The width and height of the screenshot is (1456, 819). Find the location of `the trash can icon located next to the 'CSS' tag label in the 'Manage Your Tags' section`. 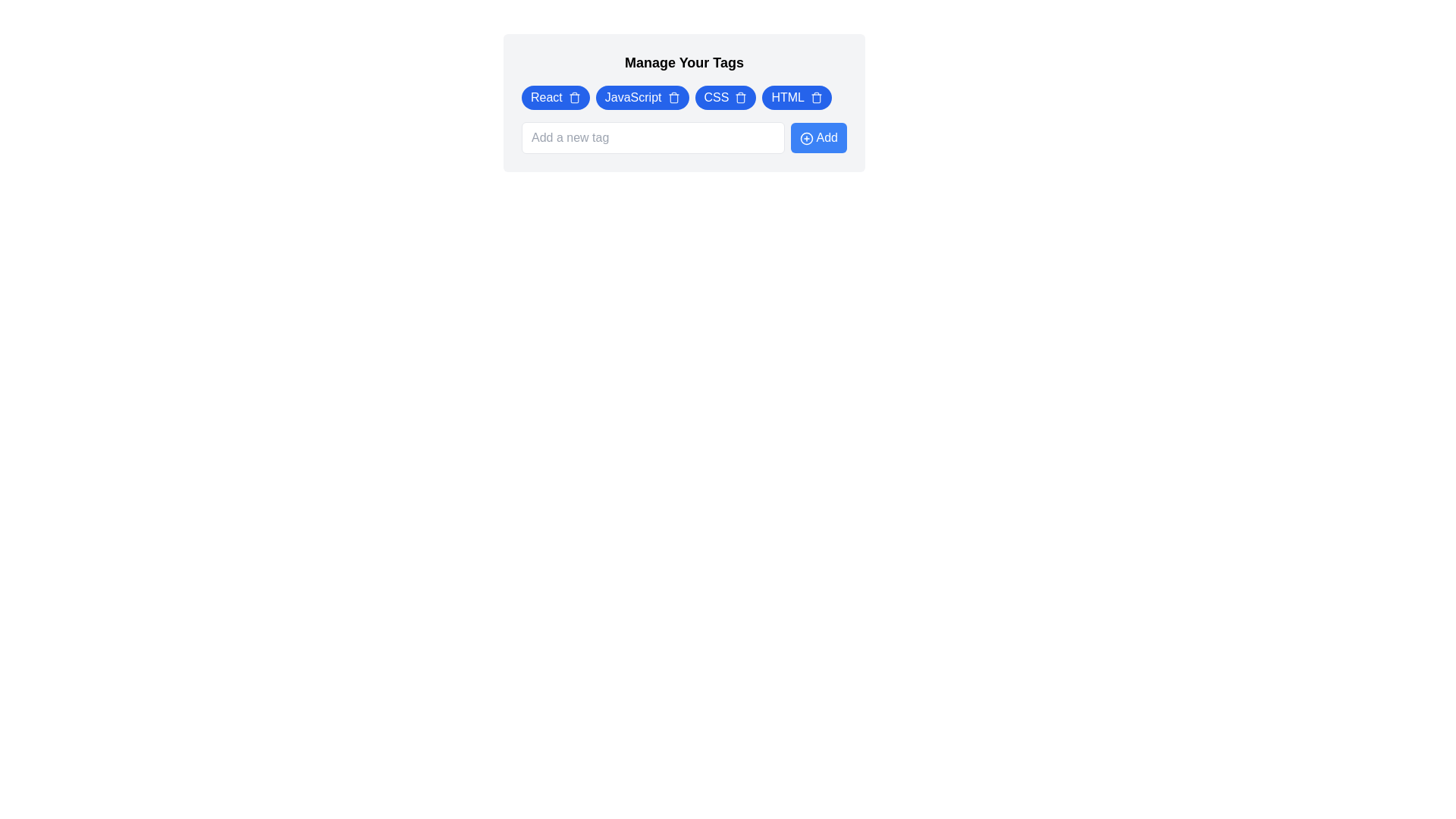

the trash can icon located next to the 'CSS' tag label in the 'Manage Your Tags' section is located at coordinates (741, 99).